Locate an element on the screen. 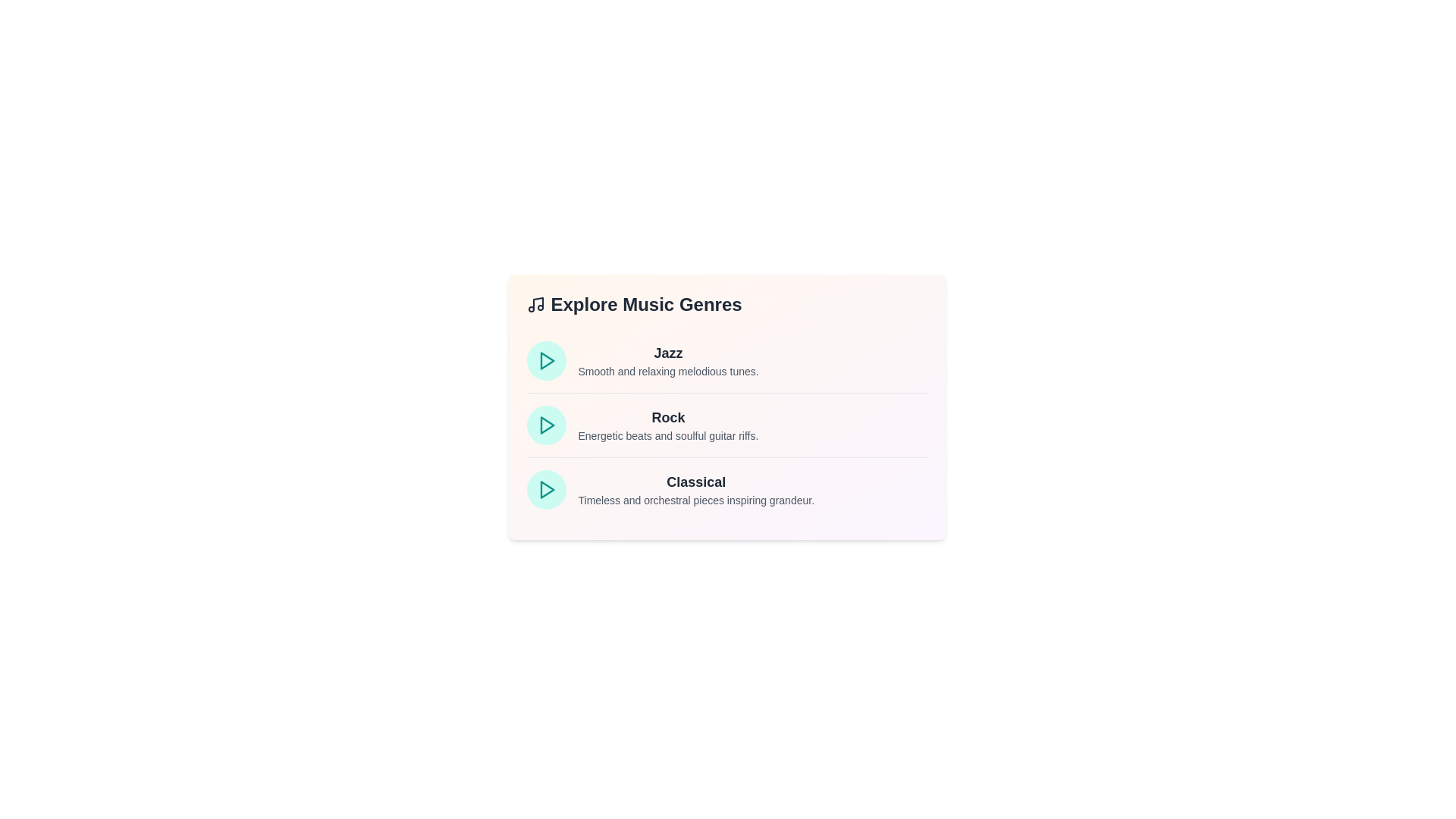  the play icon corresponding to the genre Rock is located at coordinates (546, 425).